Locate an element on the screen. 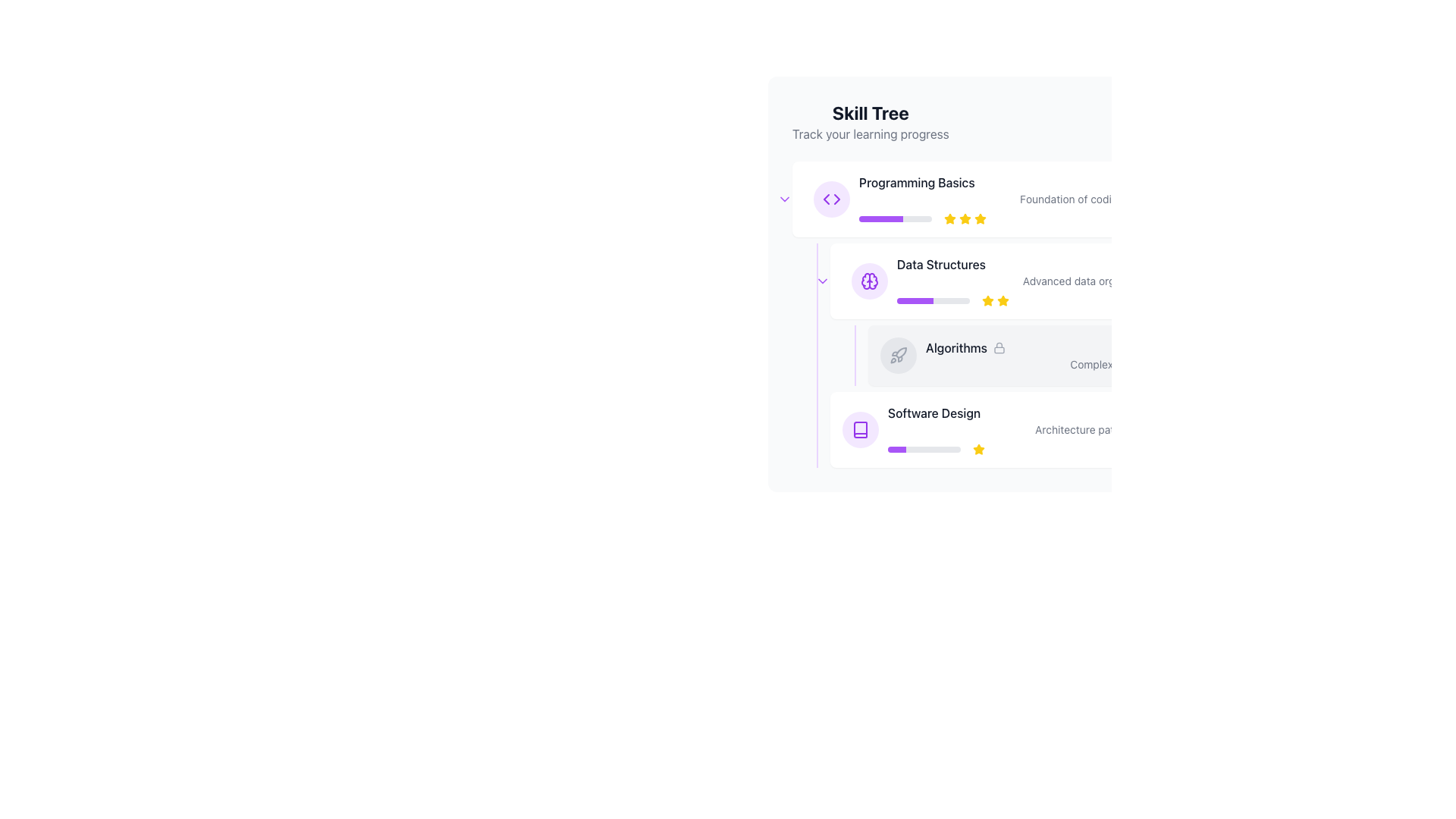 The image size is (1456, 819). the Text Label that indicates the primary skill 'Software Design' and its subtitle 'Architecture patterns', positioned within the skill tree interface is located at coordinates (1086, 430).